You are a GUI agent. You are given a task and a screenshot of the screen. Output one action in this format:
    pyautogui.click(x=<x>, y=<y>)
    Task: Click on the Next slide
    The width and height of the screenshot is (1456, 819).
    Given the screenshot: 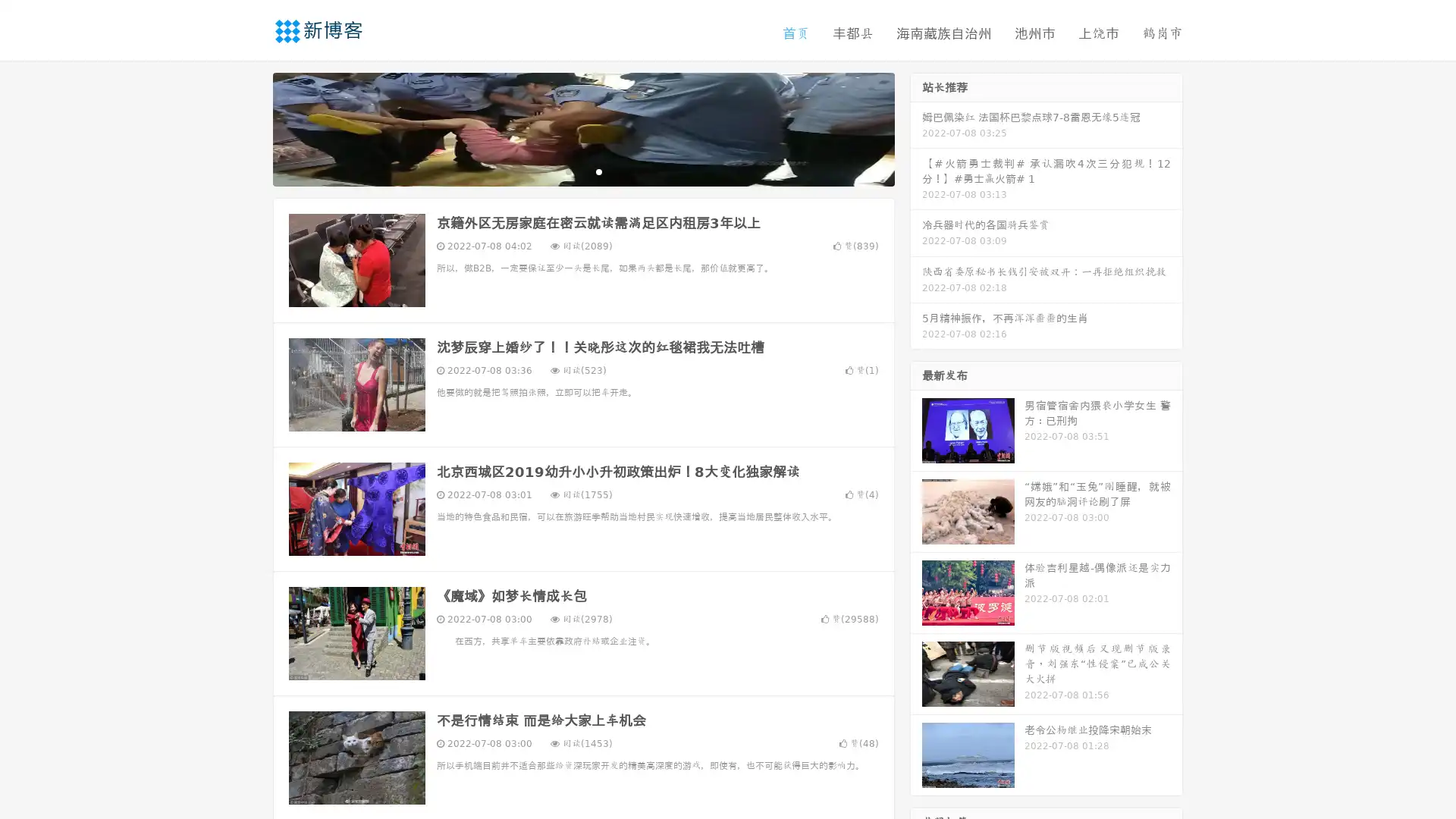 What is the action you would take?
    pyautogui.click(x=916, y=127)
    